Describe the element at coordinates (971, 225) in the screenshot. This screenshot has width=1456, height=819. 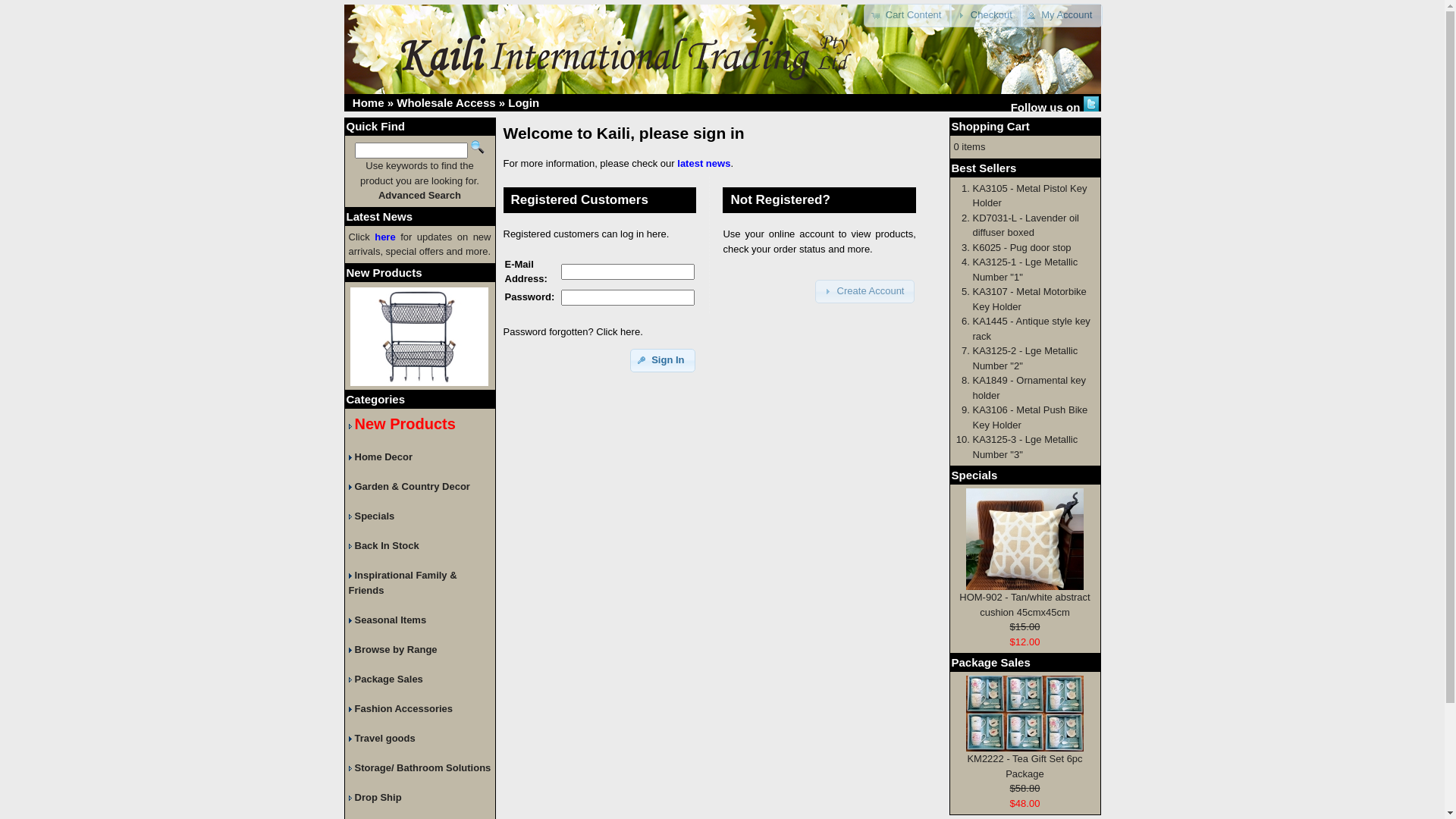
I see `'KD7031-L - Lavender oil diffuser boxed'` at that location.